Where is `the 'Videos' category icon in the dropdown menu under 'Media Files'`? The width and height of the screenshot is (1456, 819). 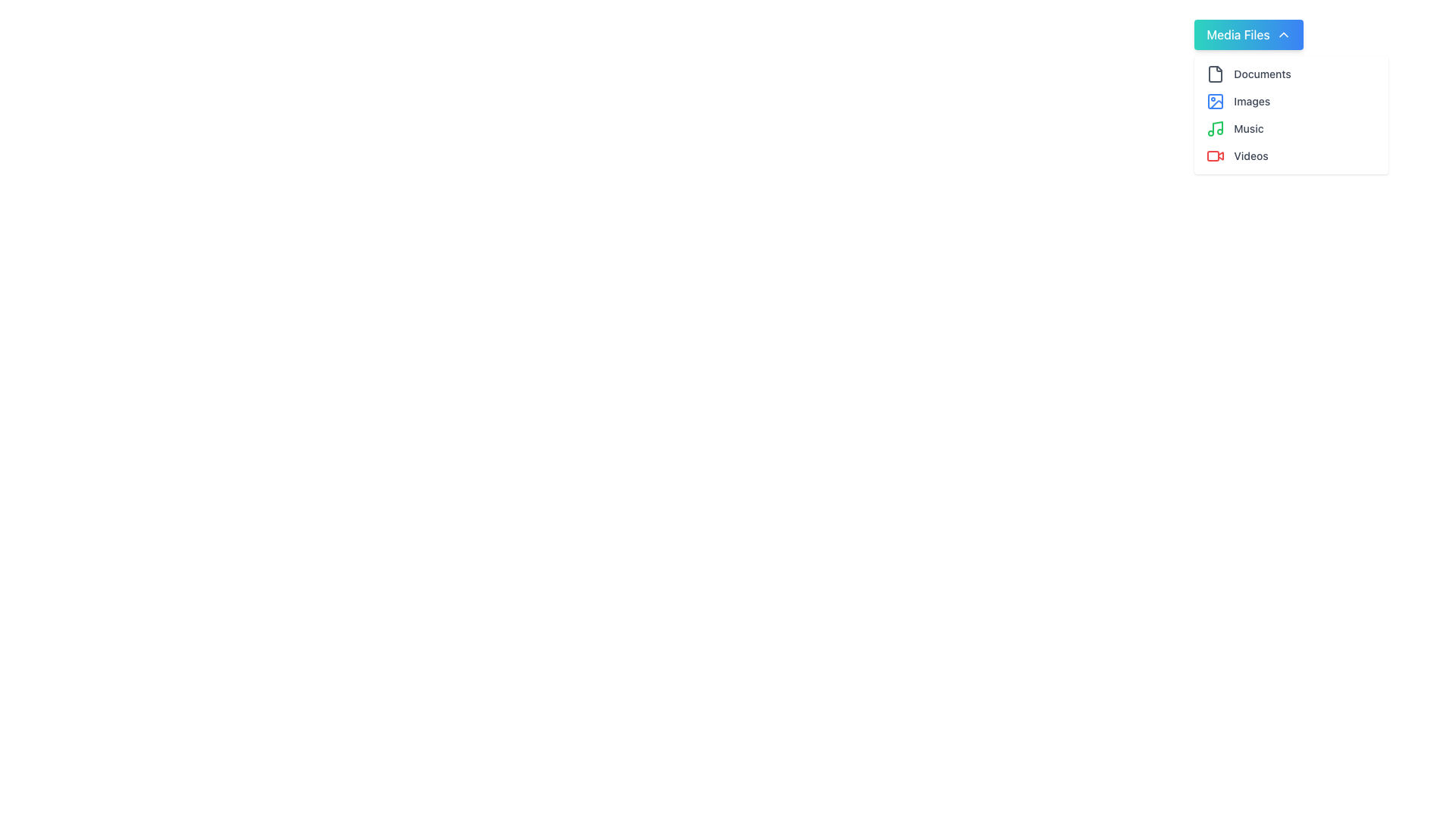
the 'Videos' category icon in the dropdown menu under 'Media Files' is located at coordinates (1216, 155).